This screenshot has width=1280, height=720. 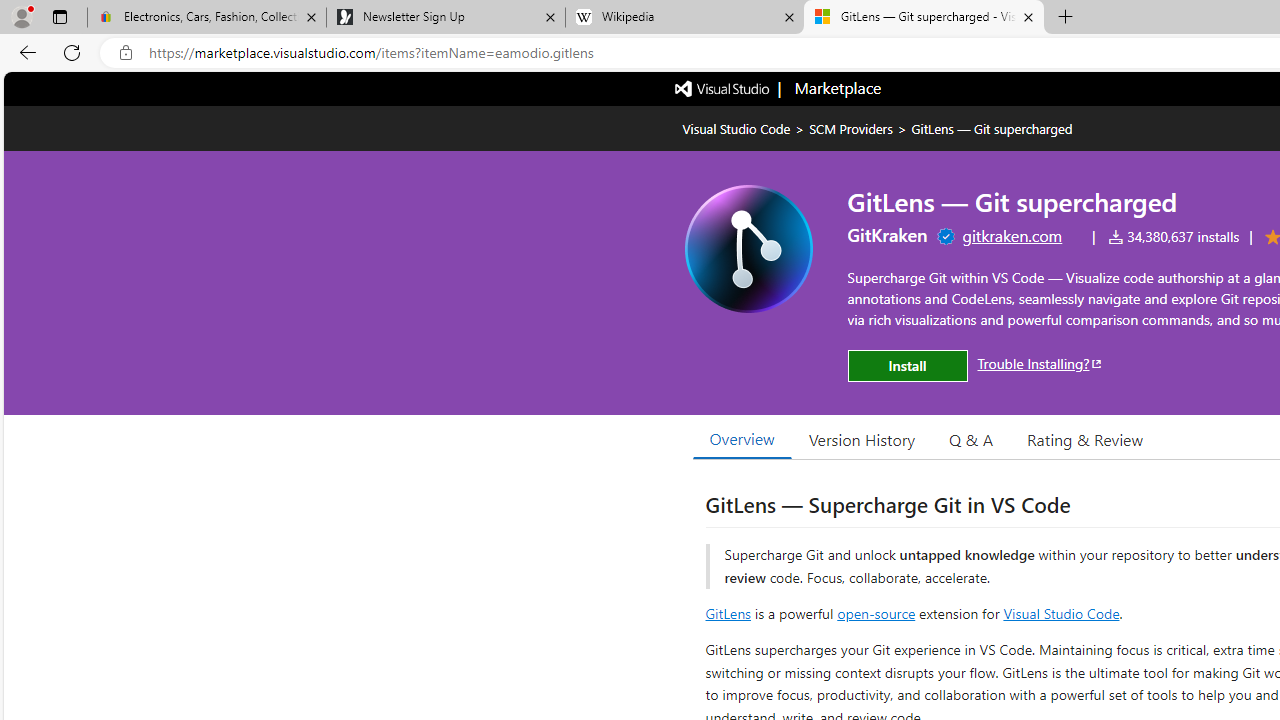 What do you see at coordinates (444, 17) in the screenshot?
I see `'Newsletter Sign Up'` at bounding box center [444, 17].